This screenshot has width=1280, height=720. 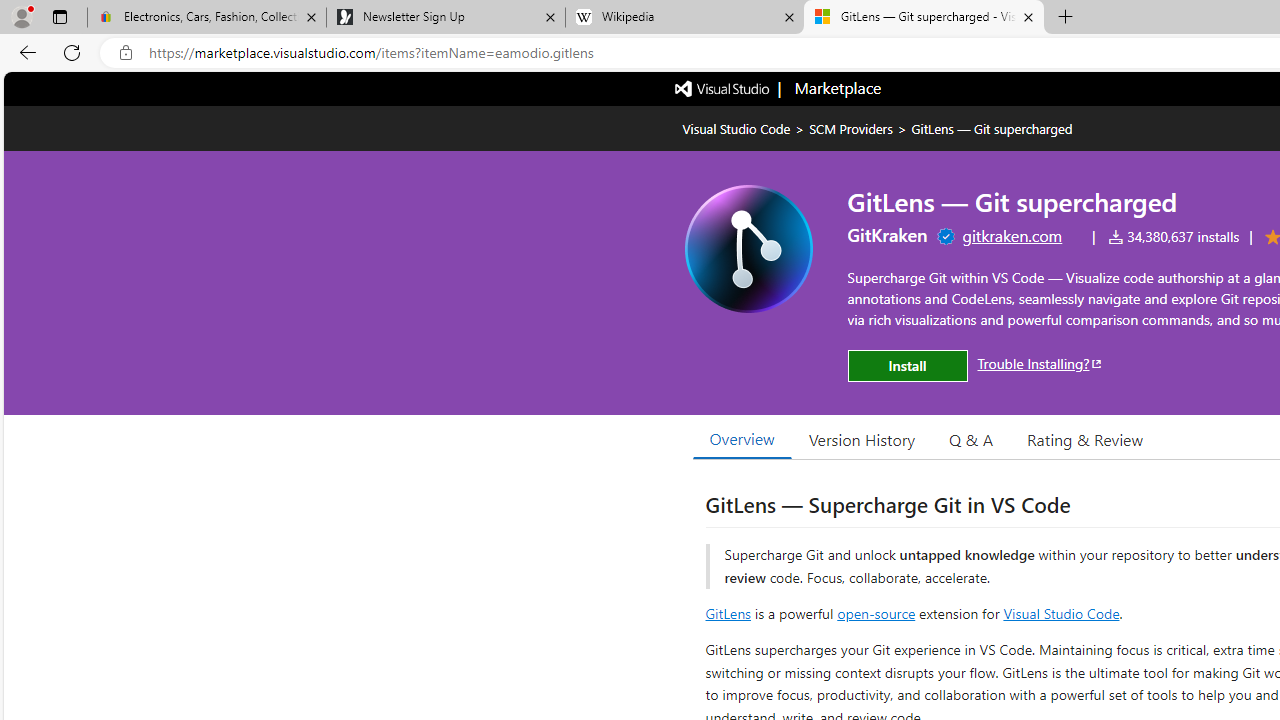 What do you see at coordinates (444, 17) in the screenshot?
I see `'Newsletter Sign Up'` at bounding box center [444, 17].